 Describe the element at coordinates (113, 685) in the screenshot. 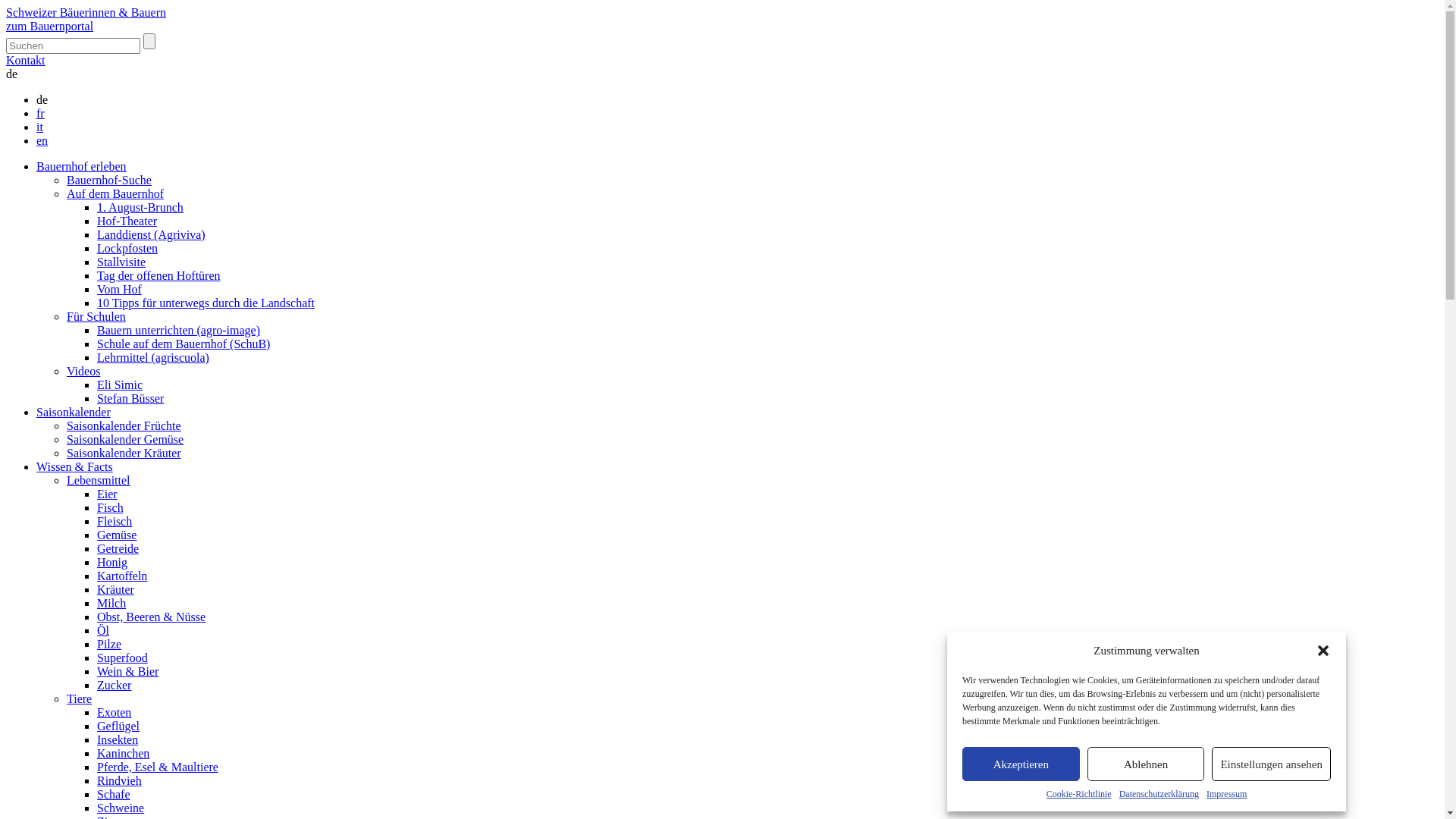

I see `'Zucker'` at that location.